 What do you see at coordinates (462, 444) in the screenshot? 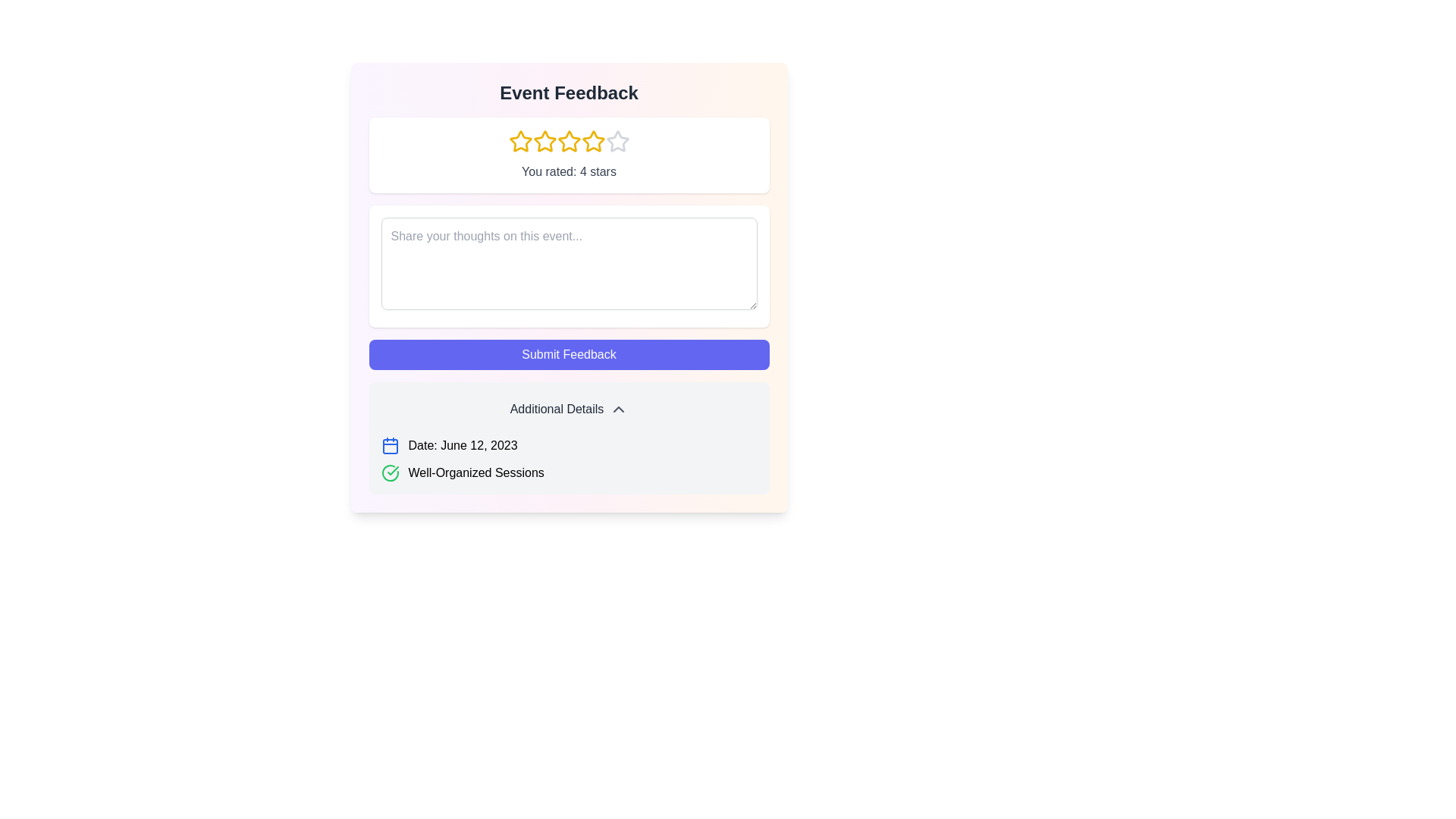
I see `the text label displaying the date of an event, positioned within the 'Additional Details' section, located to the right of the blue calendar icon` at bounding box center [462, 444].